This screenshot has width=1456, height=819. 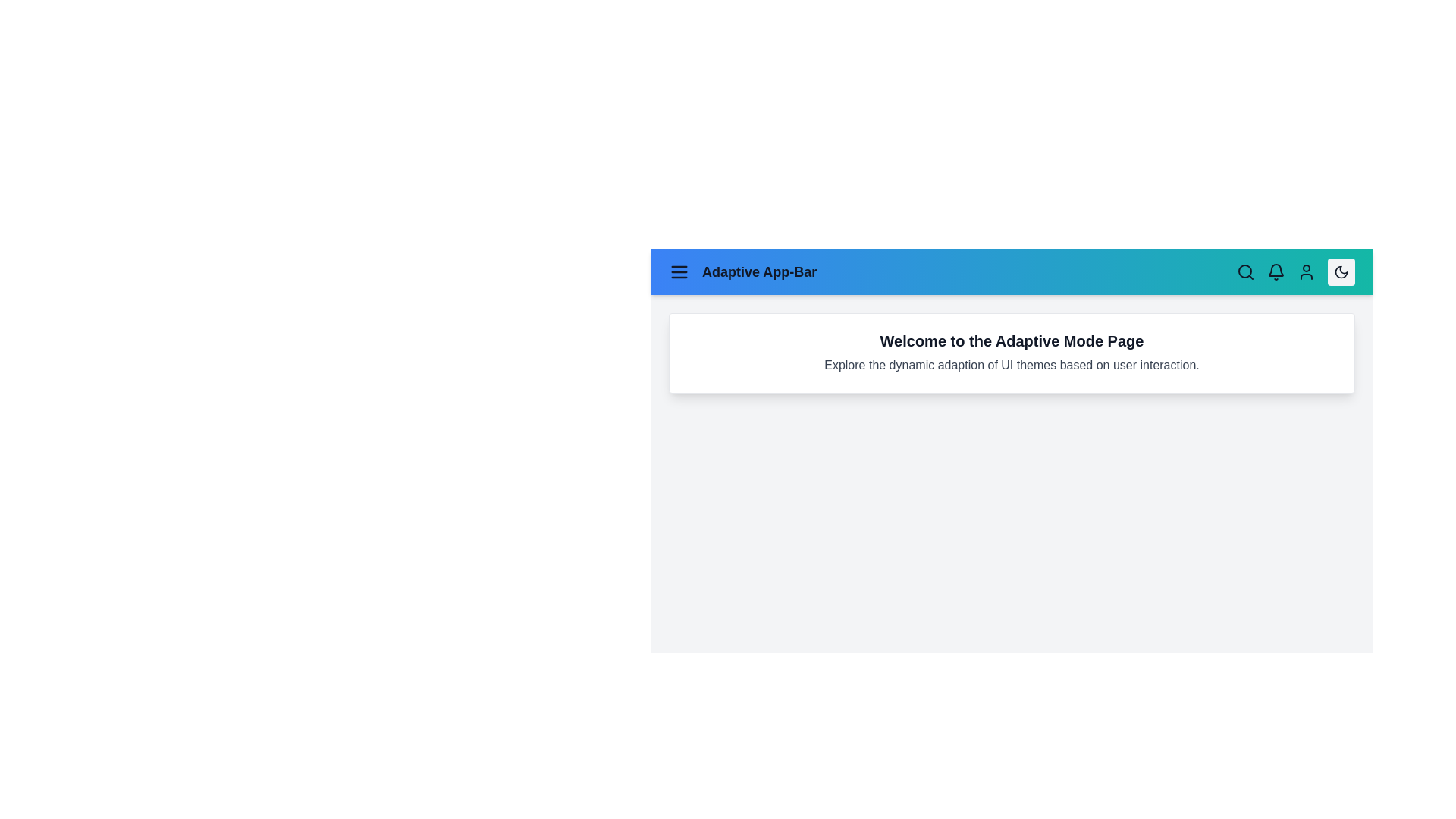 I want to click on the button with the moon icon to toggle the theme, so click(x=1341, y=271).